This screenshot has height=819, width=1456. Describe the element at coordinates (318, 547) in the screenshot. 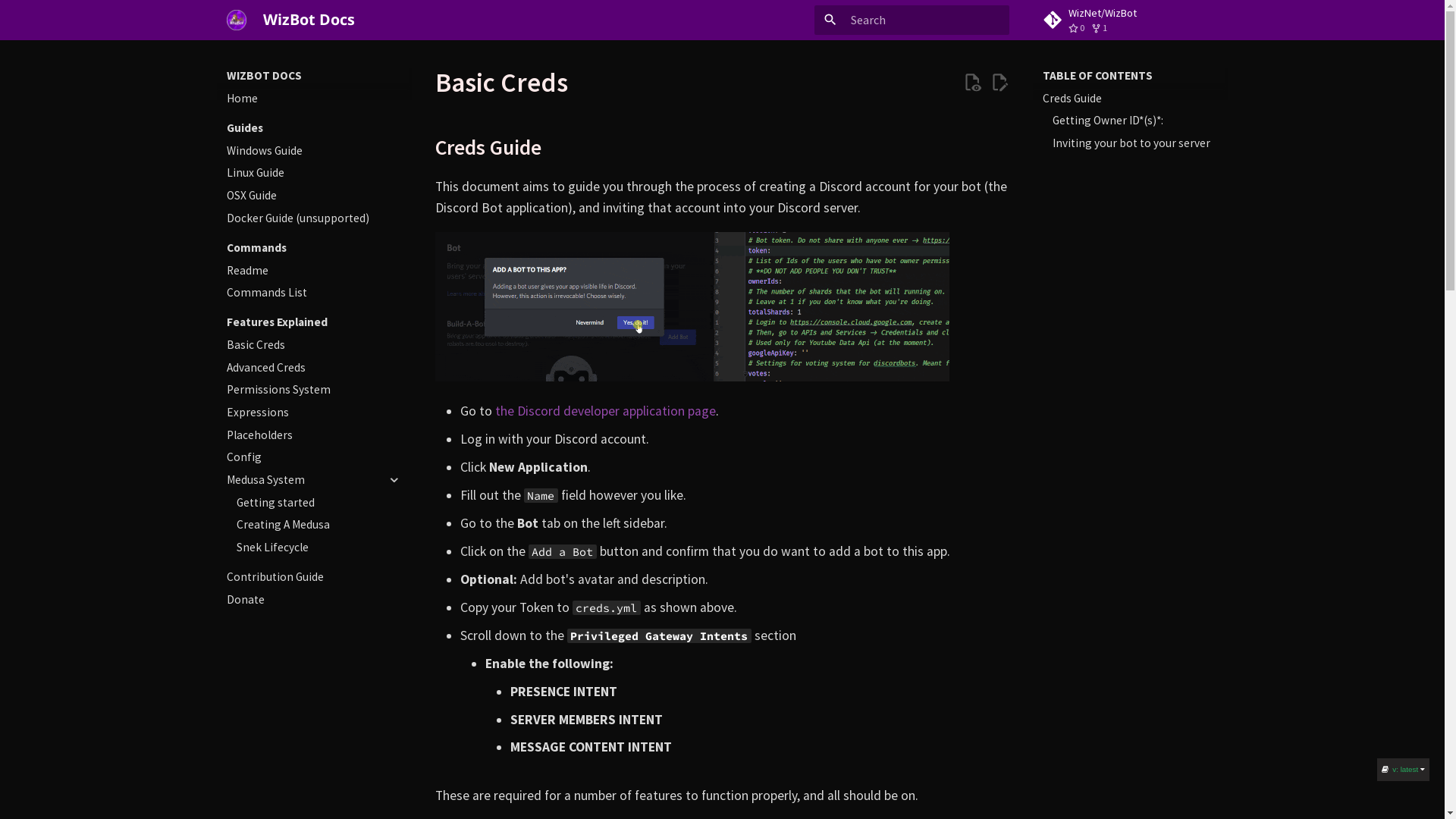

I see `'Snek Lifecycle'` at that location.